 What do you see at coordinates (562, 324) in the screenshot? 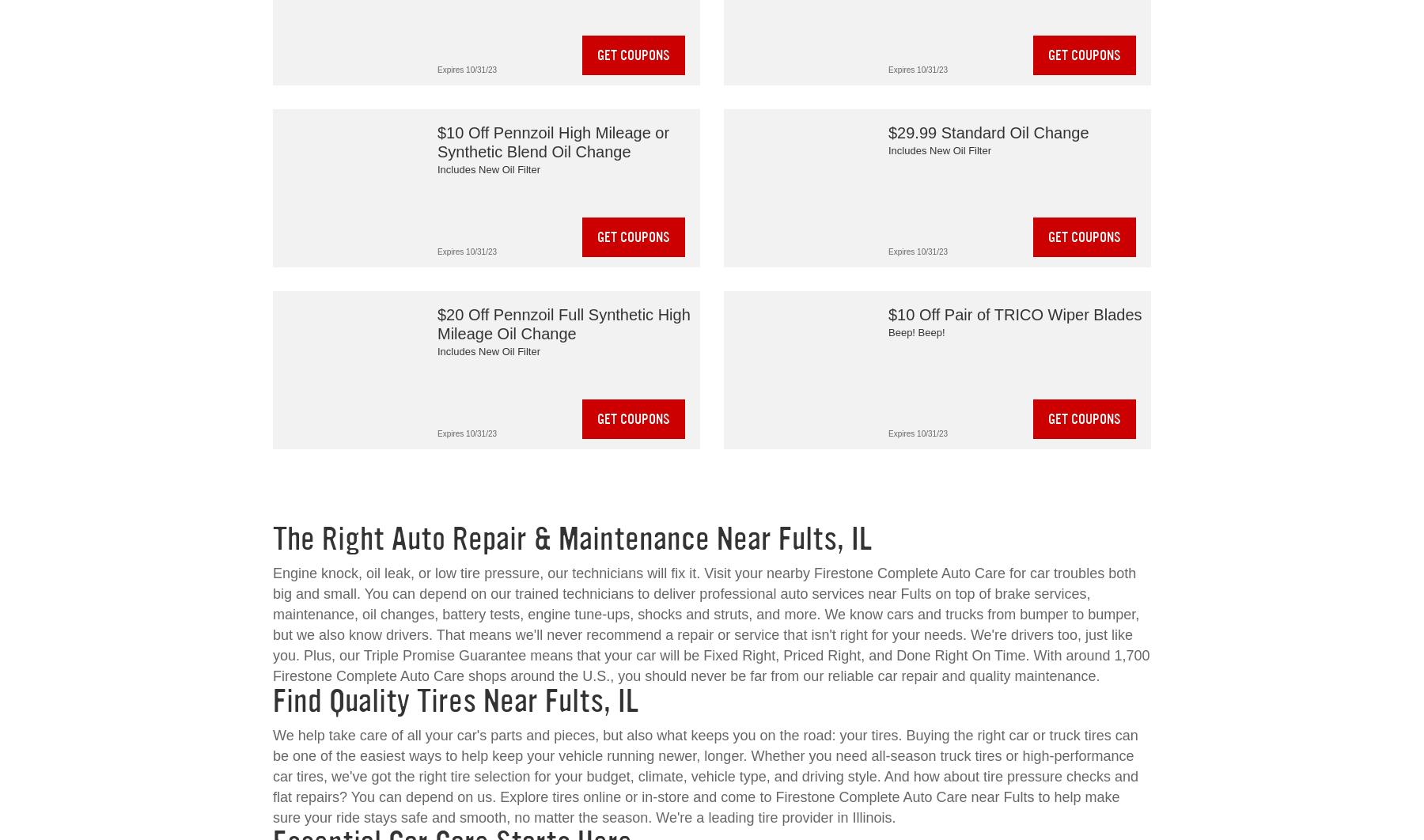
I see `'$20 Off Pennzoil Full Synthetic High Mileage Oil Change'` at bounding box center [562, 324].